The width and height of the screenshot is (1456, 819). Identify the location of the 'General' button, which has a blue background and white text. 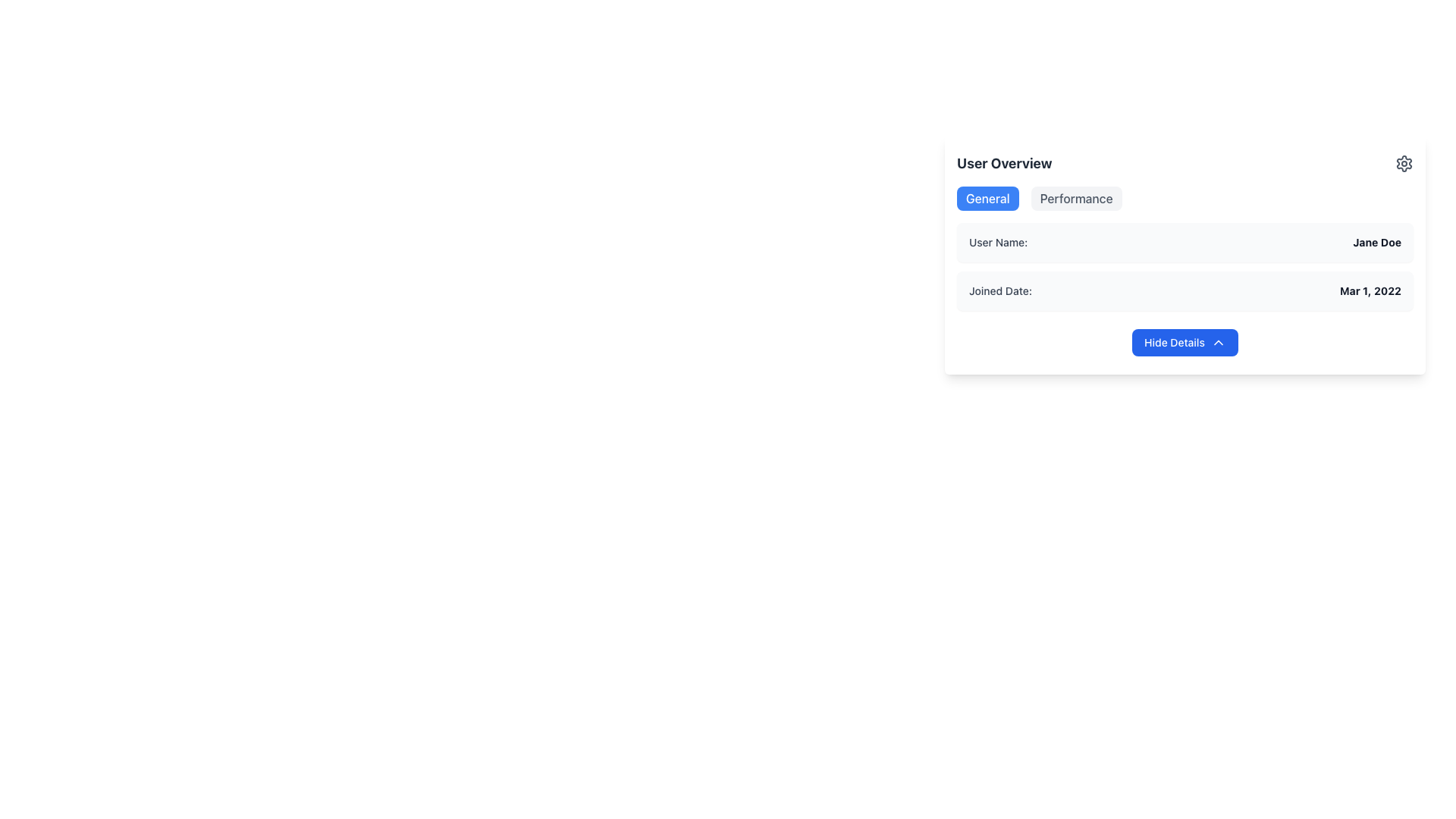
(987, 198).